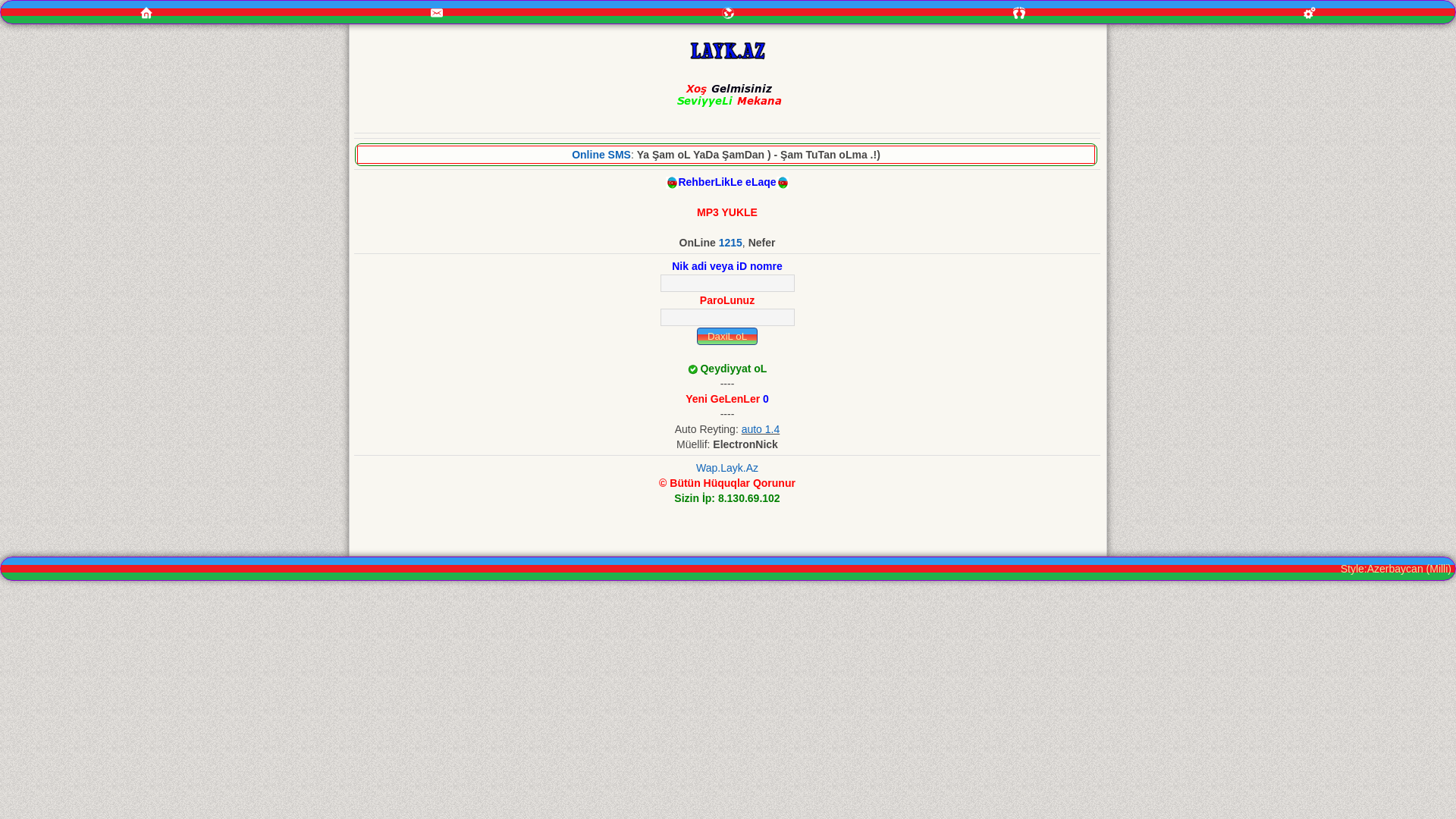  What do you see at coordinates (291, 11) in the screenshot?
I see `'Mesajlar'` at bounding box center [291, 11].